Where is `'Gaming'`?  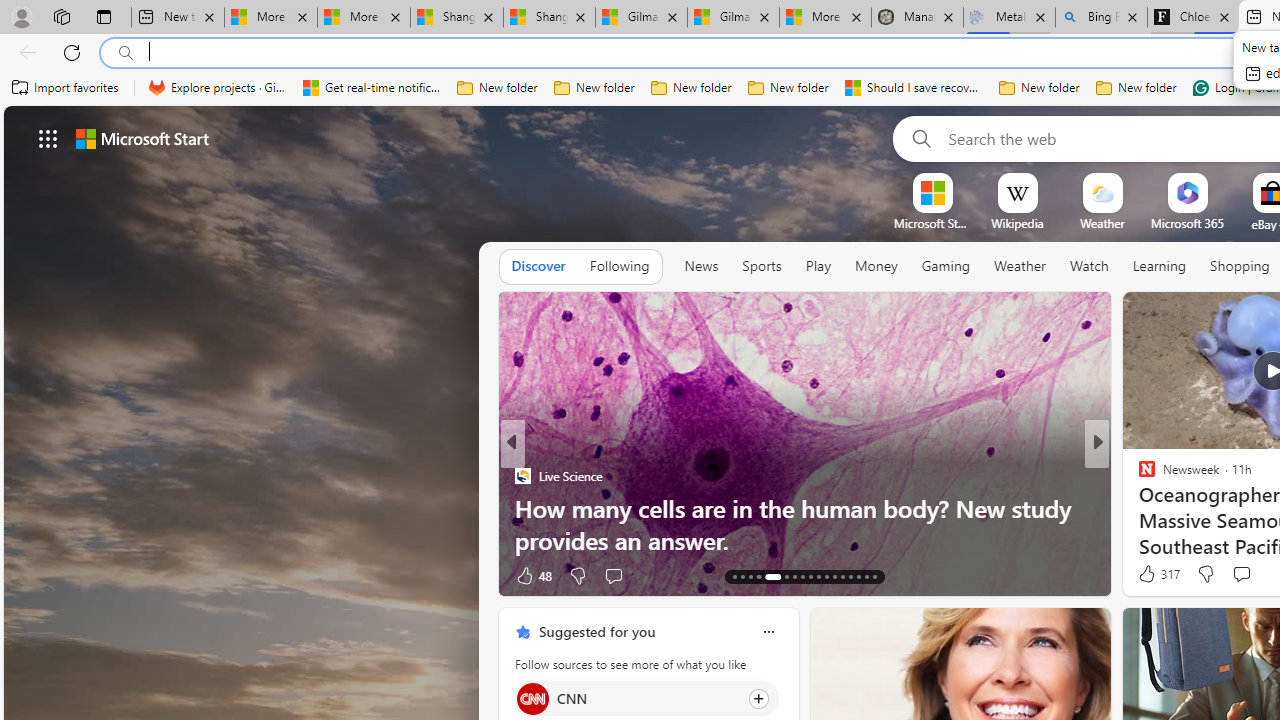
'Gaming' is located at coordinates (944, 266).